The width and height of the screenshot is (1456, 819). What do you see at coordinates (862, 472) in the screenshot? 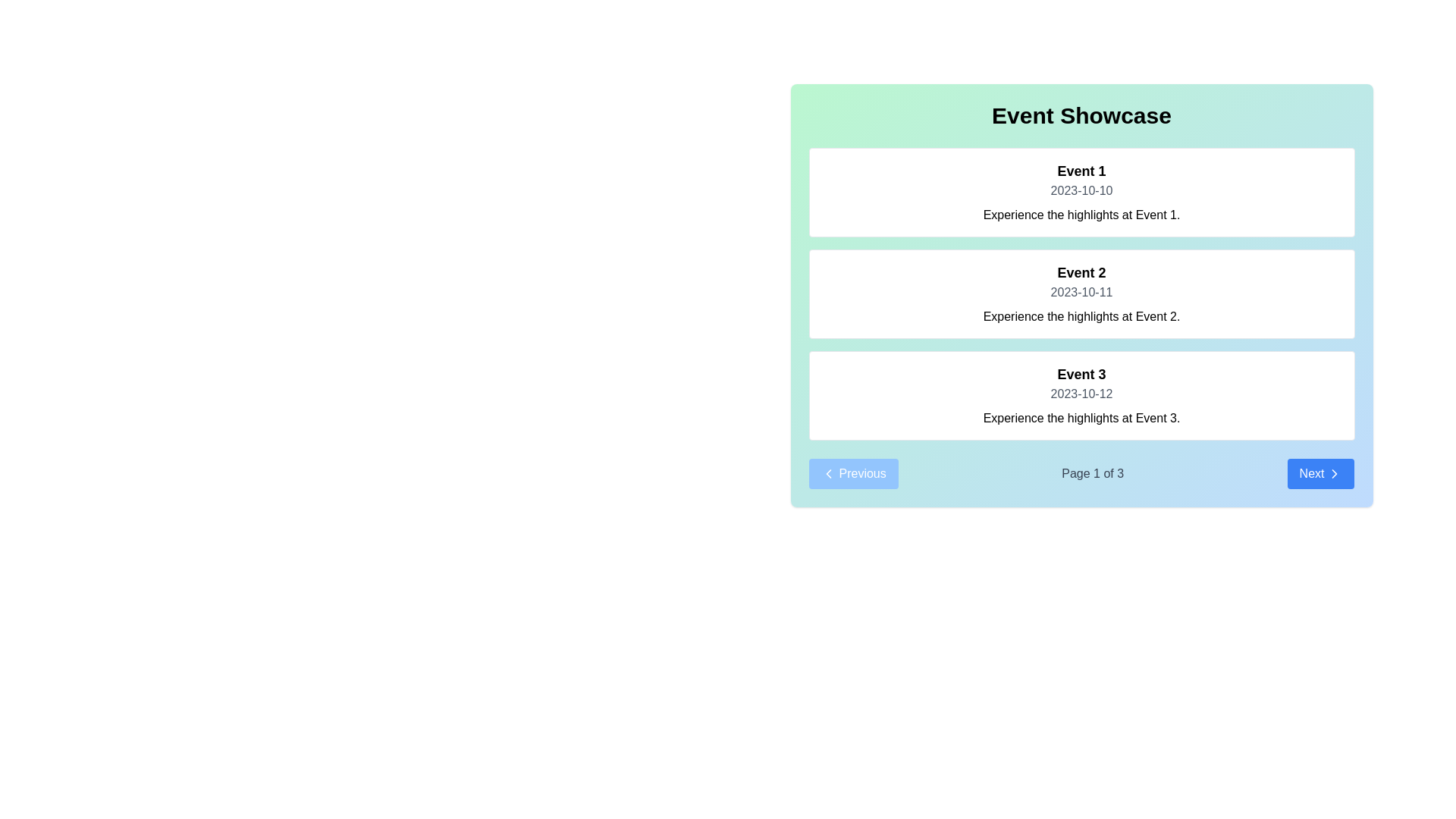
I see `text label that displays 'Previous' within the button located at the bottom-left corner of the interface, which has a blue background and is accompanied by a left-pointing icon` at bounding box center [862, 472].